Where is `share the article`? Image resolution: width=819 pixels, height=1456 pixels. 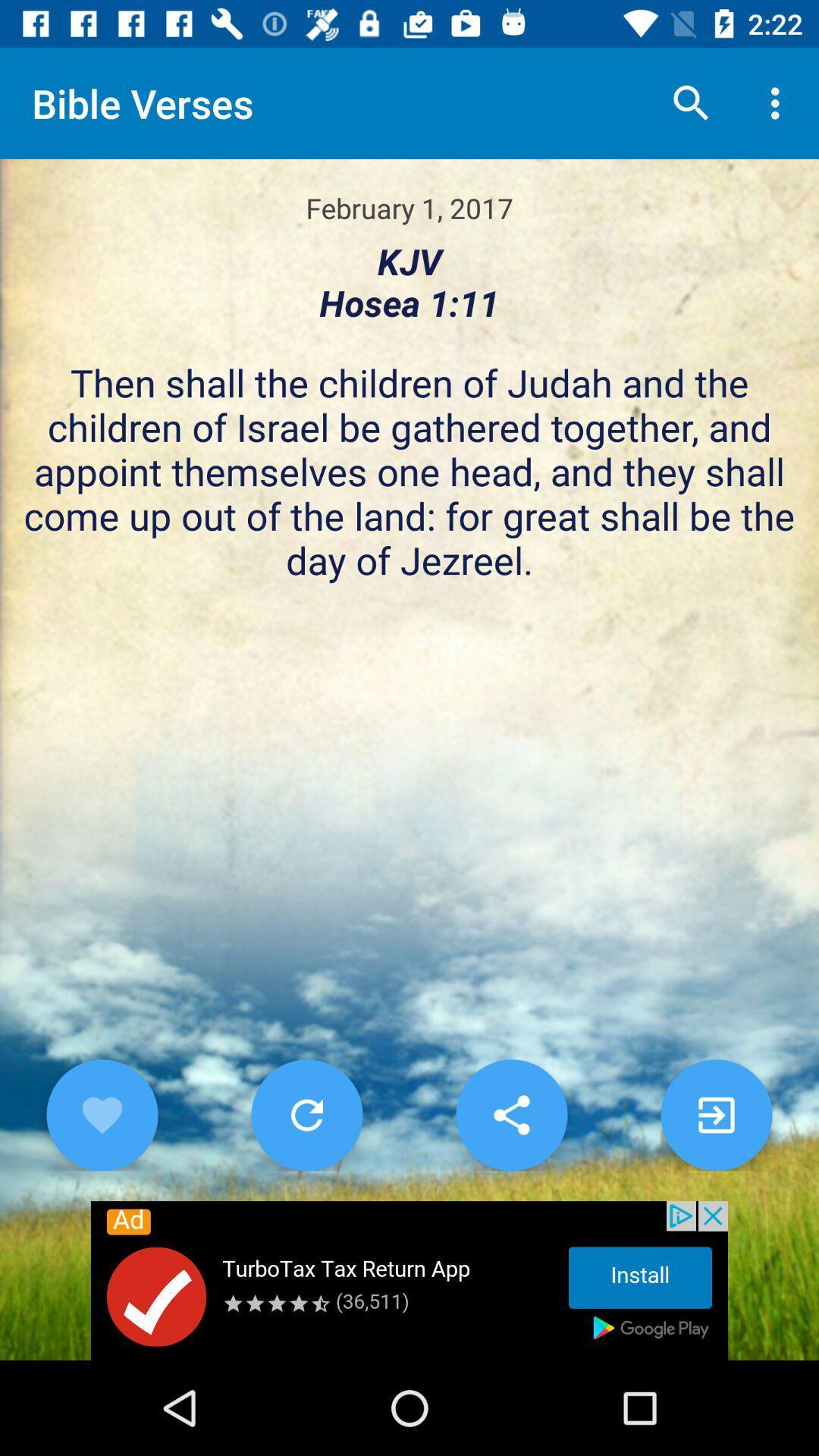
share the article is located at coordinates (512, 1115).